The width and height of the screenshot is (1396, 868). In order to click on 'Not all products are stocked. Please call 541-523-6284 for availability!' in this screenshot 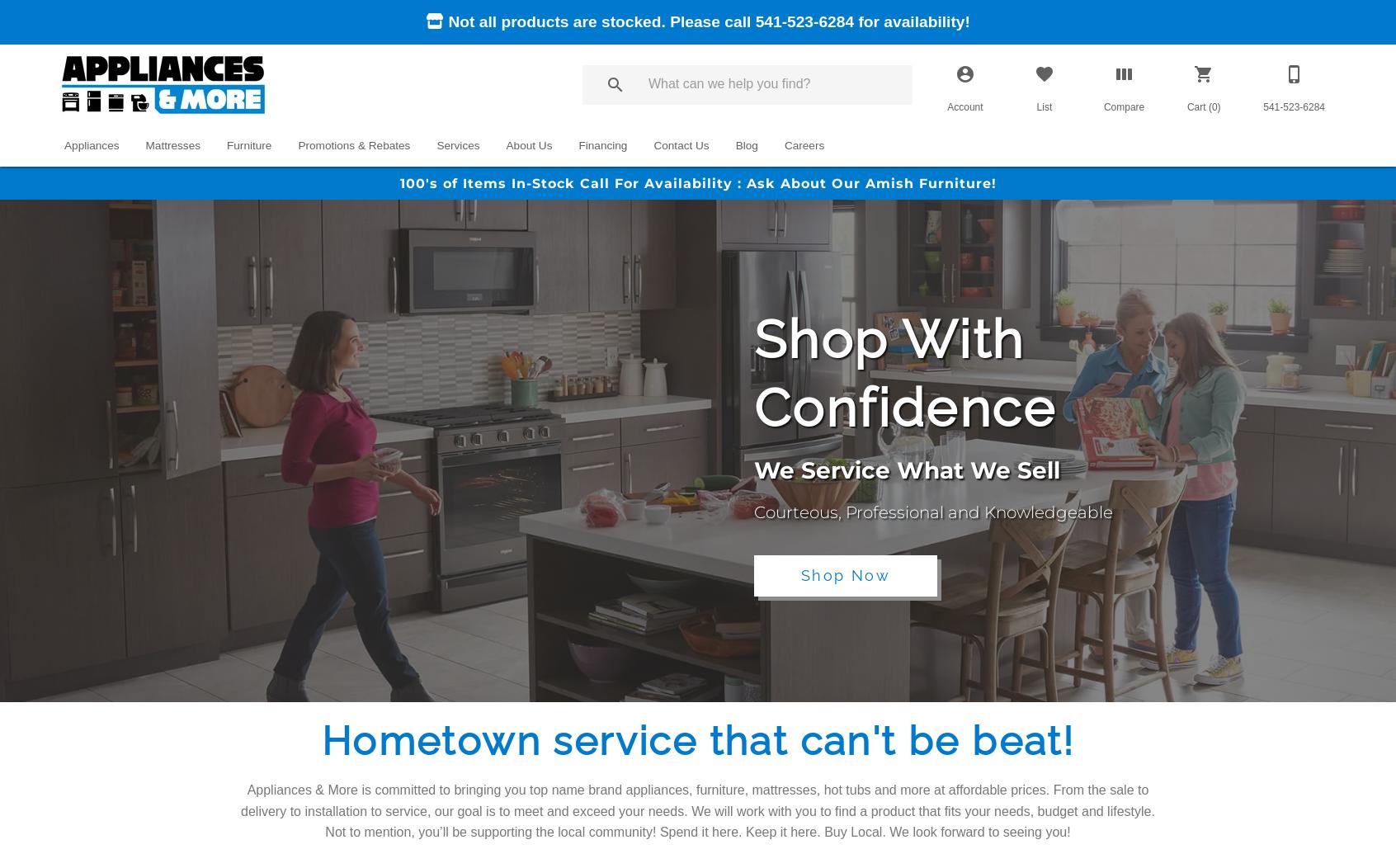, I will do `click(705, 21)`.